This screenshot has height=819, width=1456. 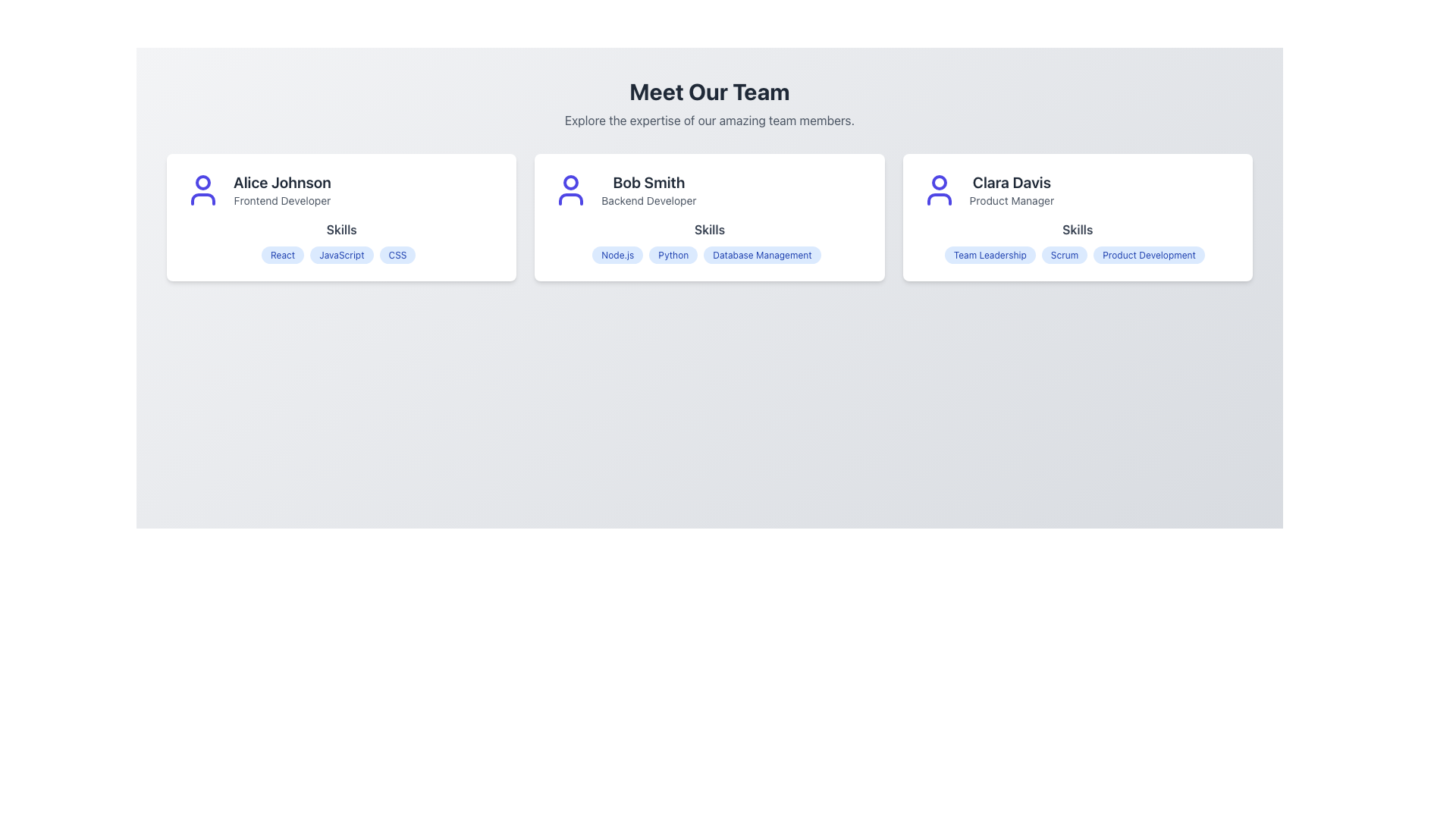 What do you see at coordinates (1077, 253) in the screenshot?
I see `the 'Scrum' skill label, which is the second badge in the 'Skills' section of Clara Davis' profile card on the right side of the interface` at bounding box center [1077, 253].